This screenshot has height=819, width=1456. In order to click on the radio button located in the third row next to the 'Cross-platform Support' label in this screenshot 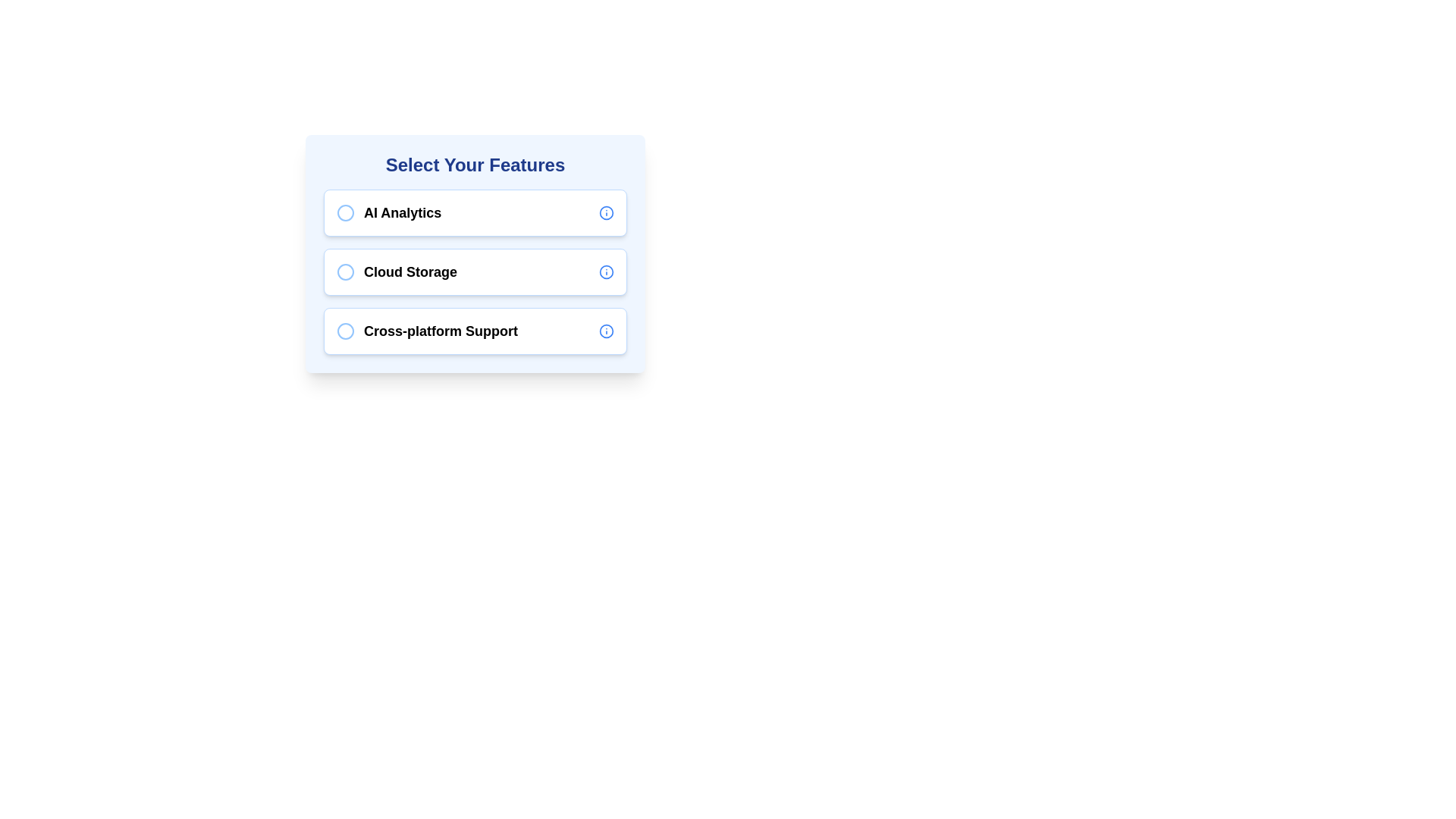, I will do `click(345, 330)`.